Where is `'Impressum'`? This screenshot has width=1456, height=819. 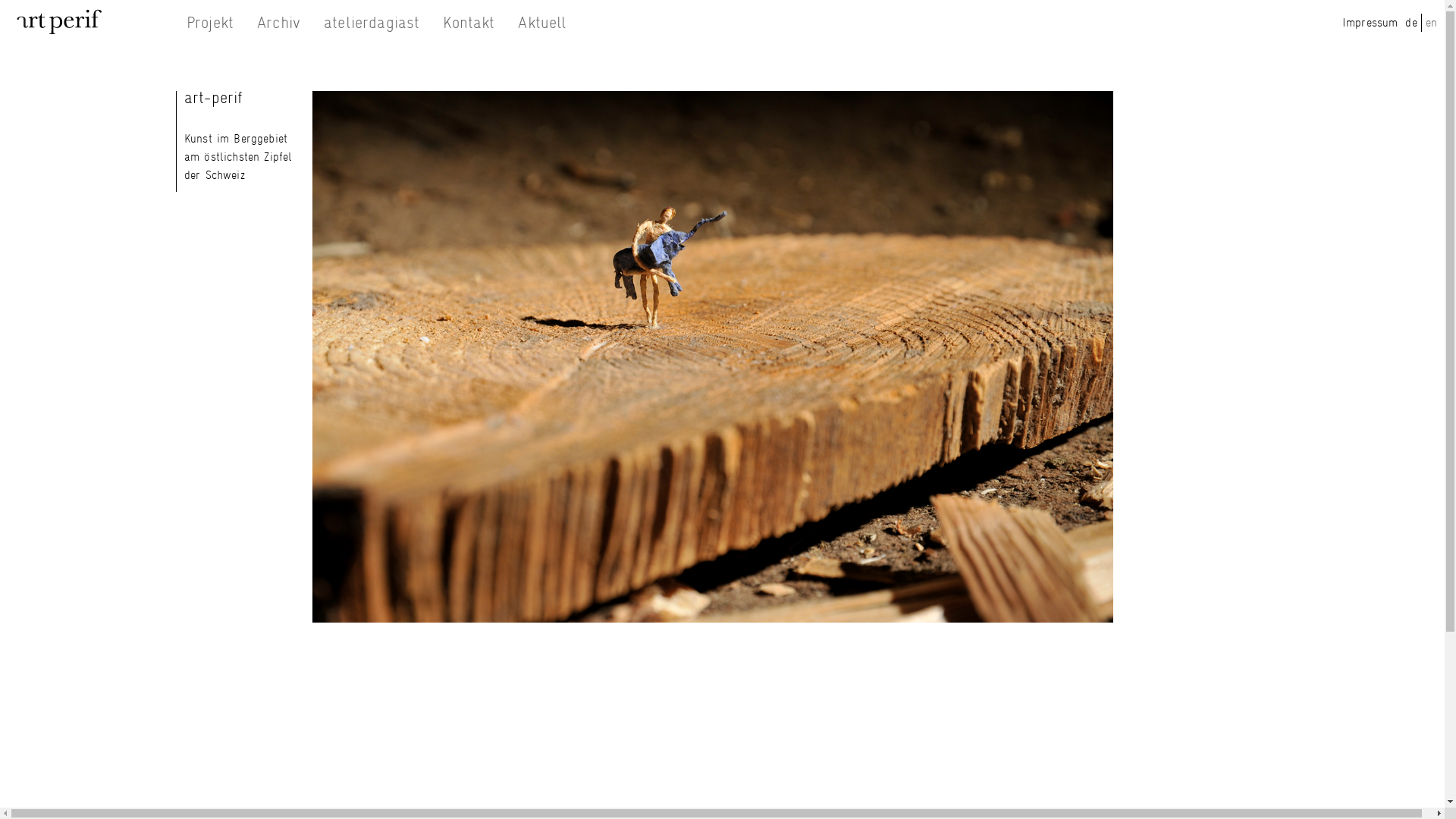 'Impressum' is located at coordinates (1370, 22).